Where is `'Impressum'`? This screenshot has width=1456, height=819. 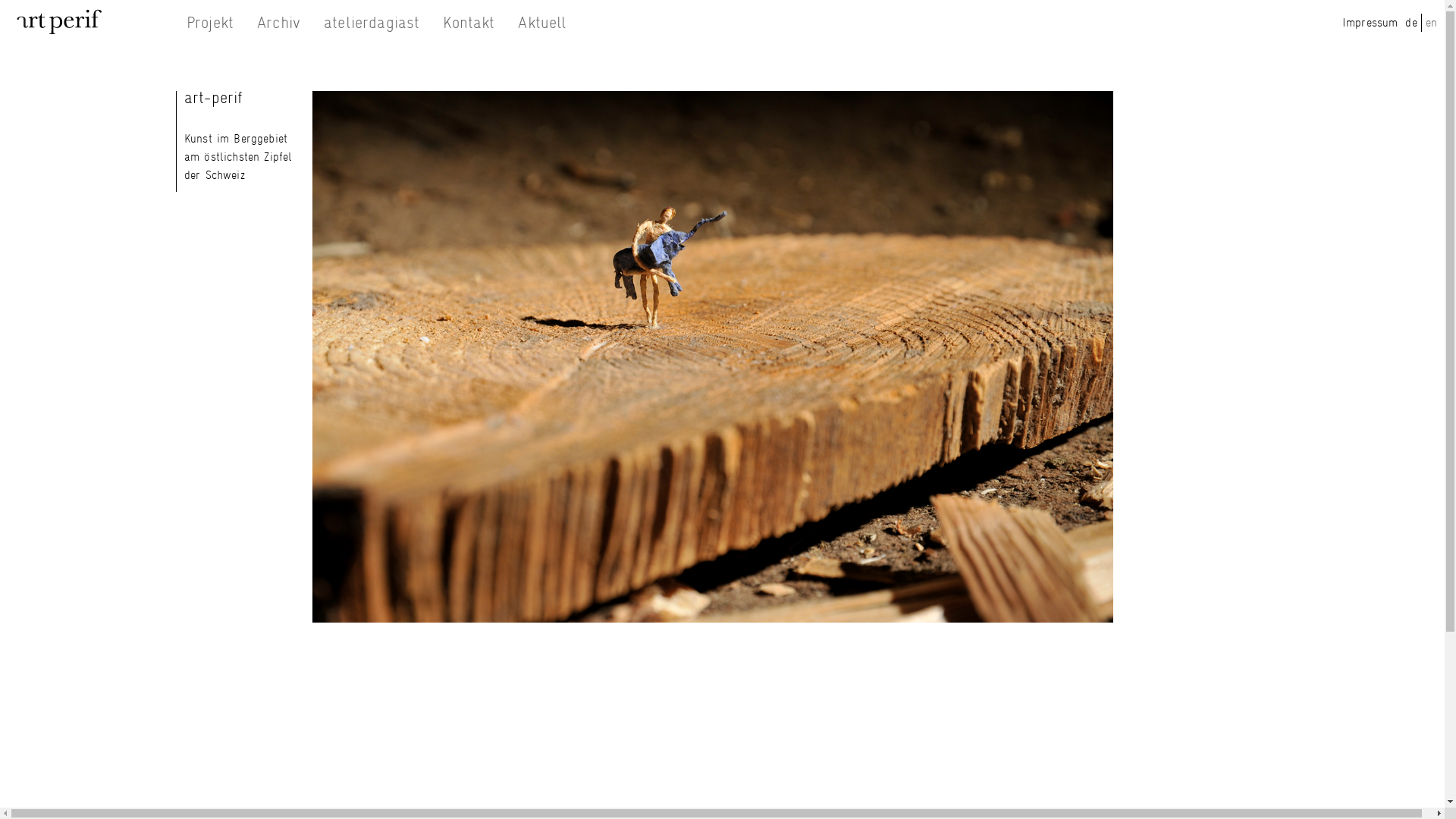 'Impressum' is located at coordinates (1370, 22).